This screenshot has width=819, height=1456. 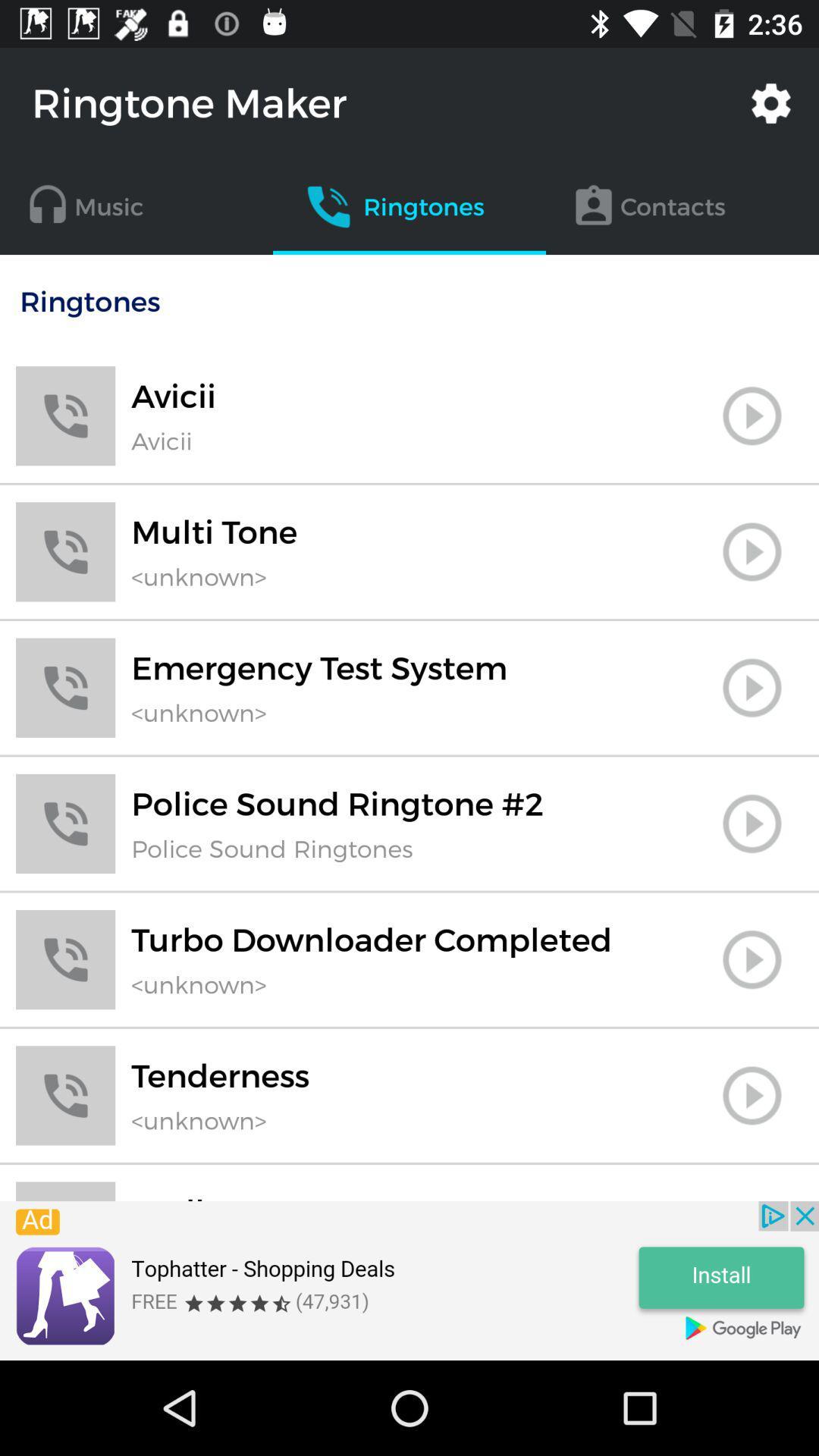 What do you see at coordinates (752, 1197) in the screenshot?
I see `set ringtone option` at bounding box center [752, 1197].